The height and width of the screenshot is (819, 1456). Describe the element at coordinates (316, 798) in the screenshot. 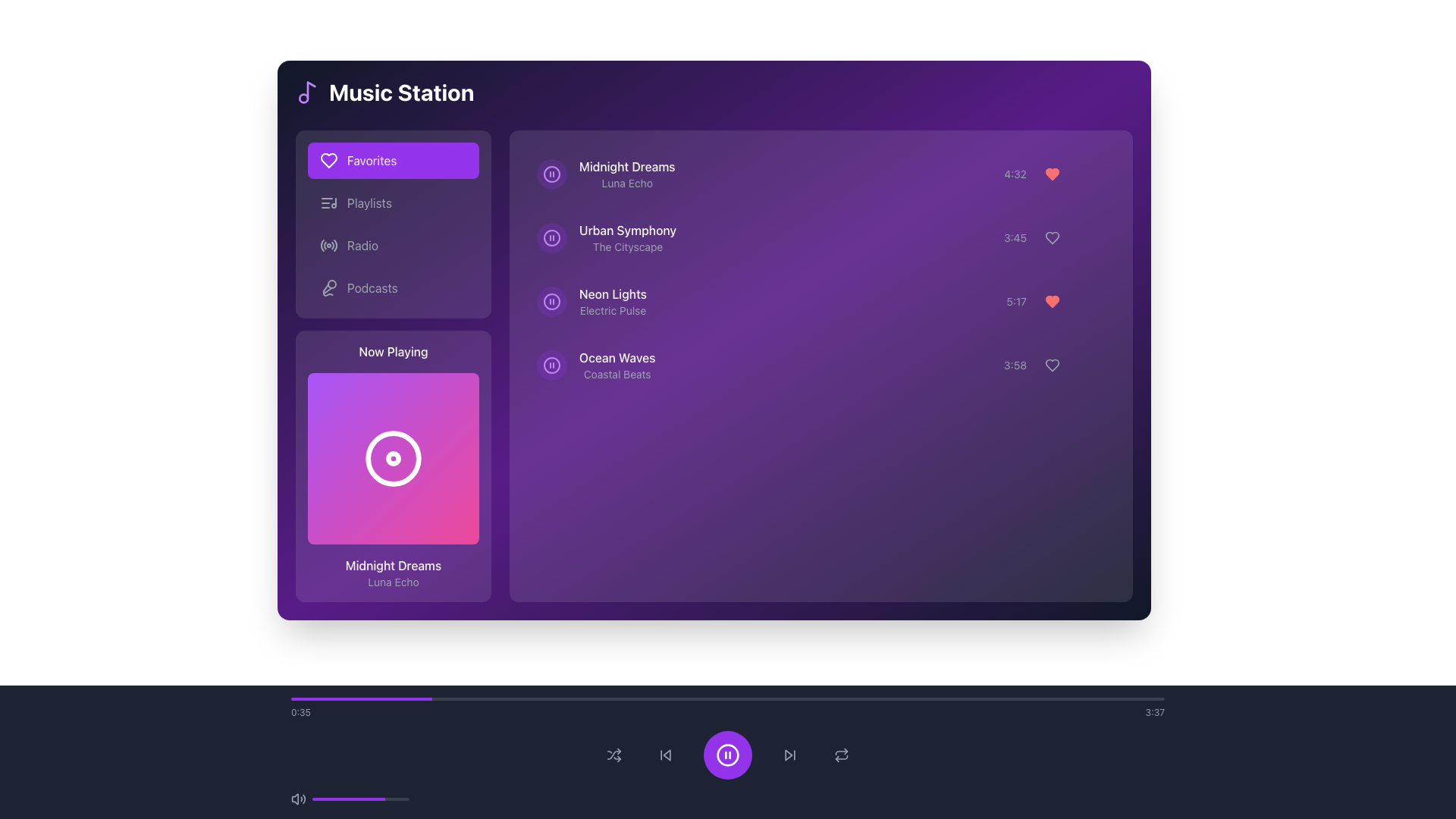

I see `the slider value` at that location.